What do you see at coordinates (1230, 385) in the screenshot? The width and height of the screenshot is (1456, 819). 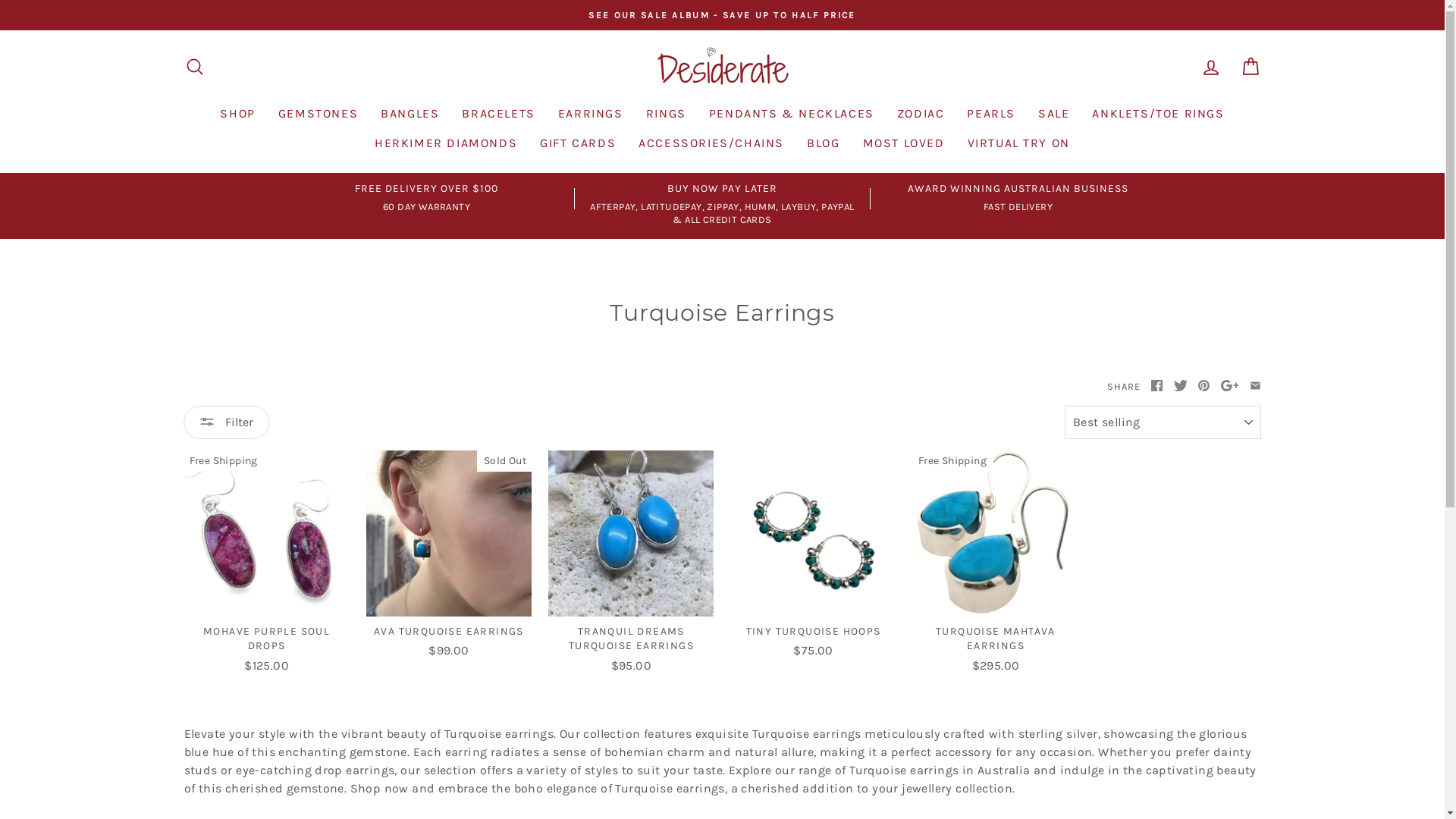 I see `'GooglePlus'` at bounding box center [1230, 385].